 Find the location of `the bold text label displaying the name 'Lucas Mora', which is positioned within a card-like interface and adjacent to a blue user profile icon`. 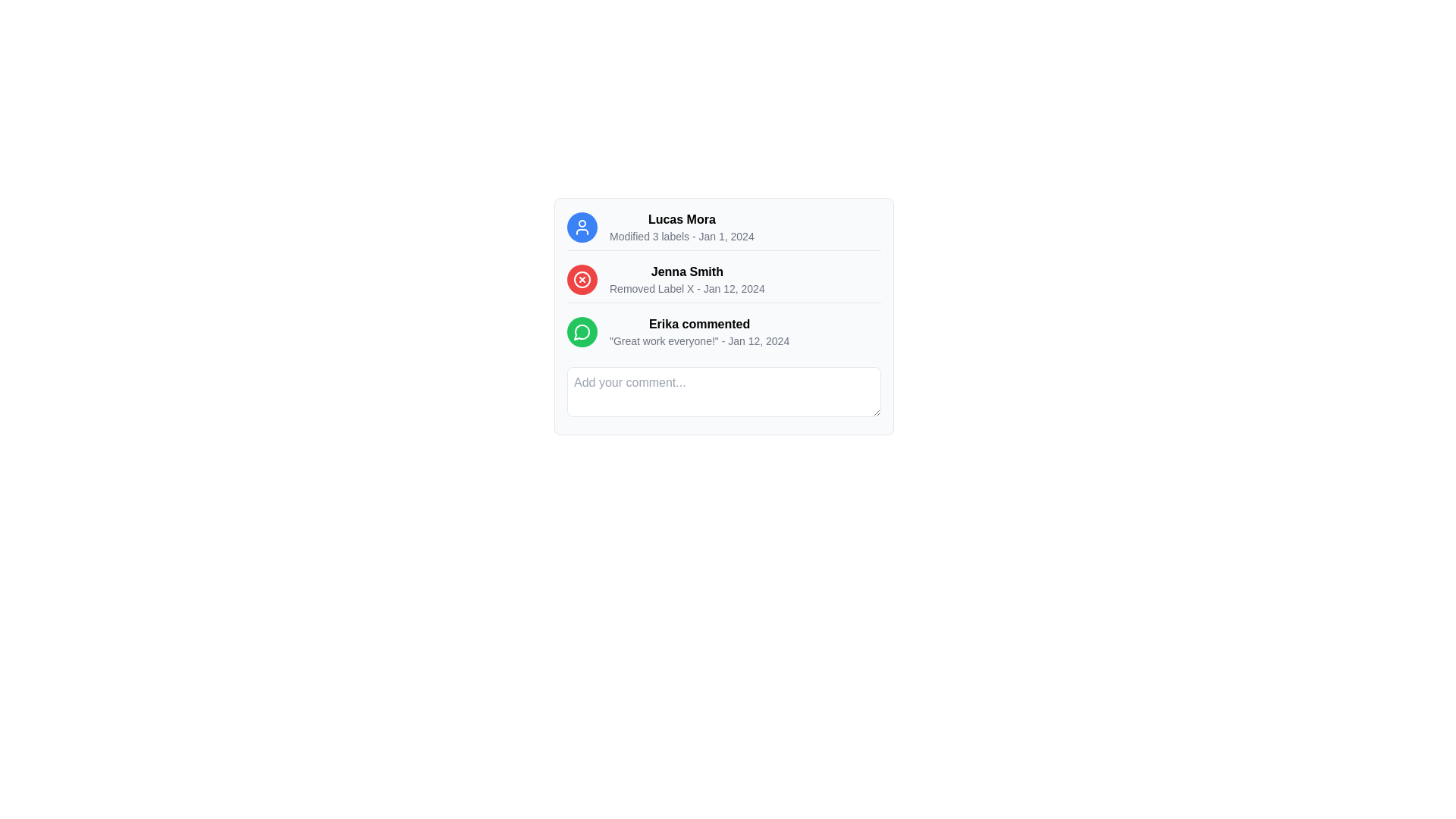

the bold text label displaying the name 'Lucas Mora', which is positioned within a card-like interface and adjacent to a blue user profile icon is located at coordinates (681, 219).